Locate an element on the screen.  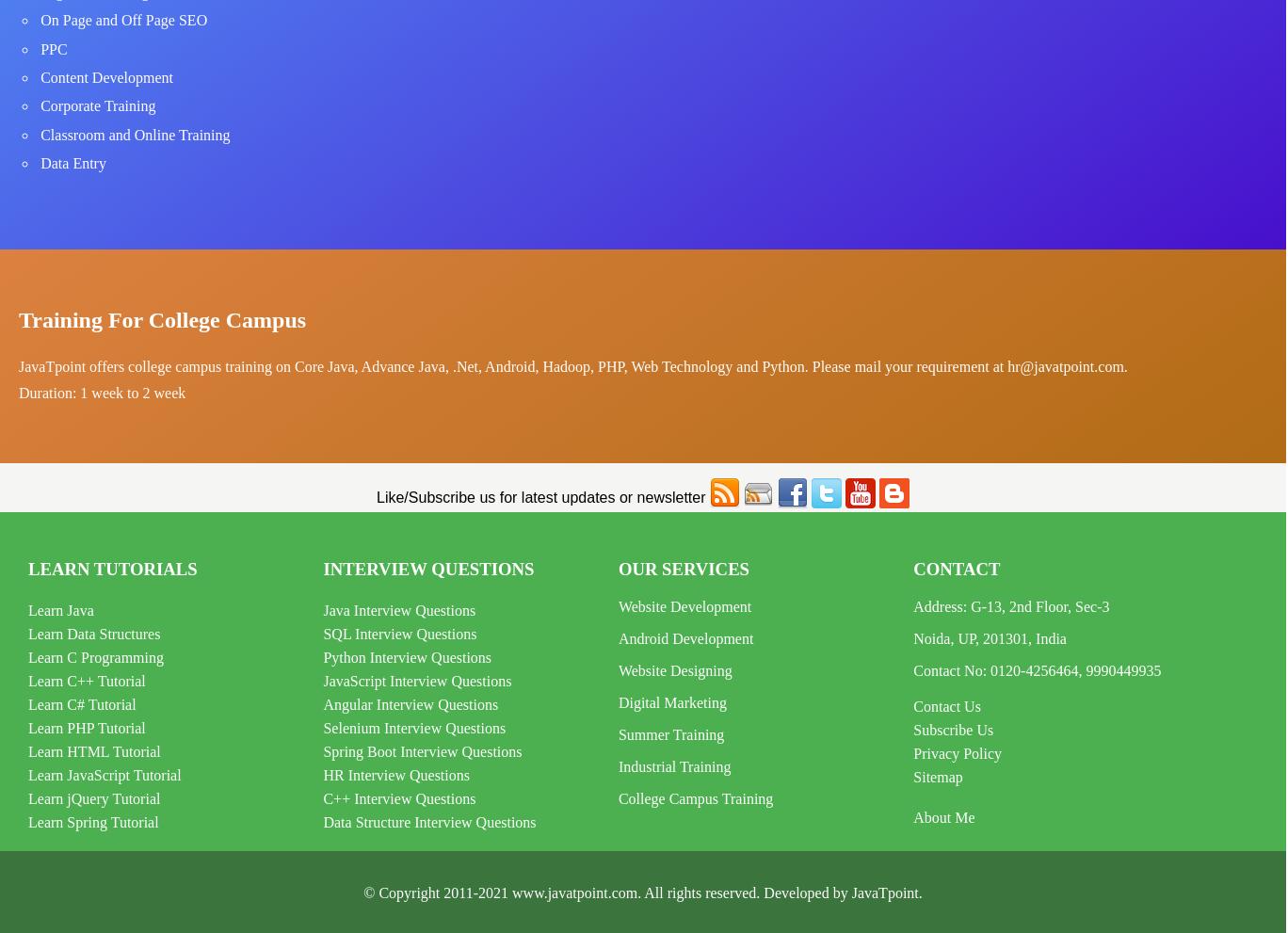
'hr@javatpoint.com' is located at coordinates (1065, 365).